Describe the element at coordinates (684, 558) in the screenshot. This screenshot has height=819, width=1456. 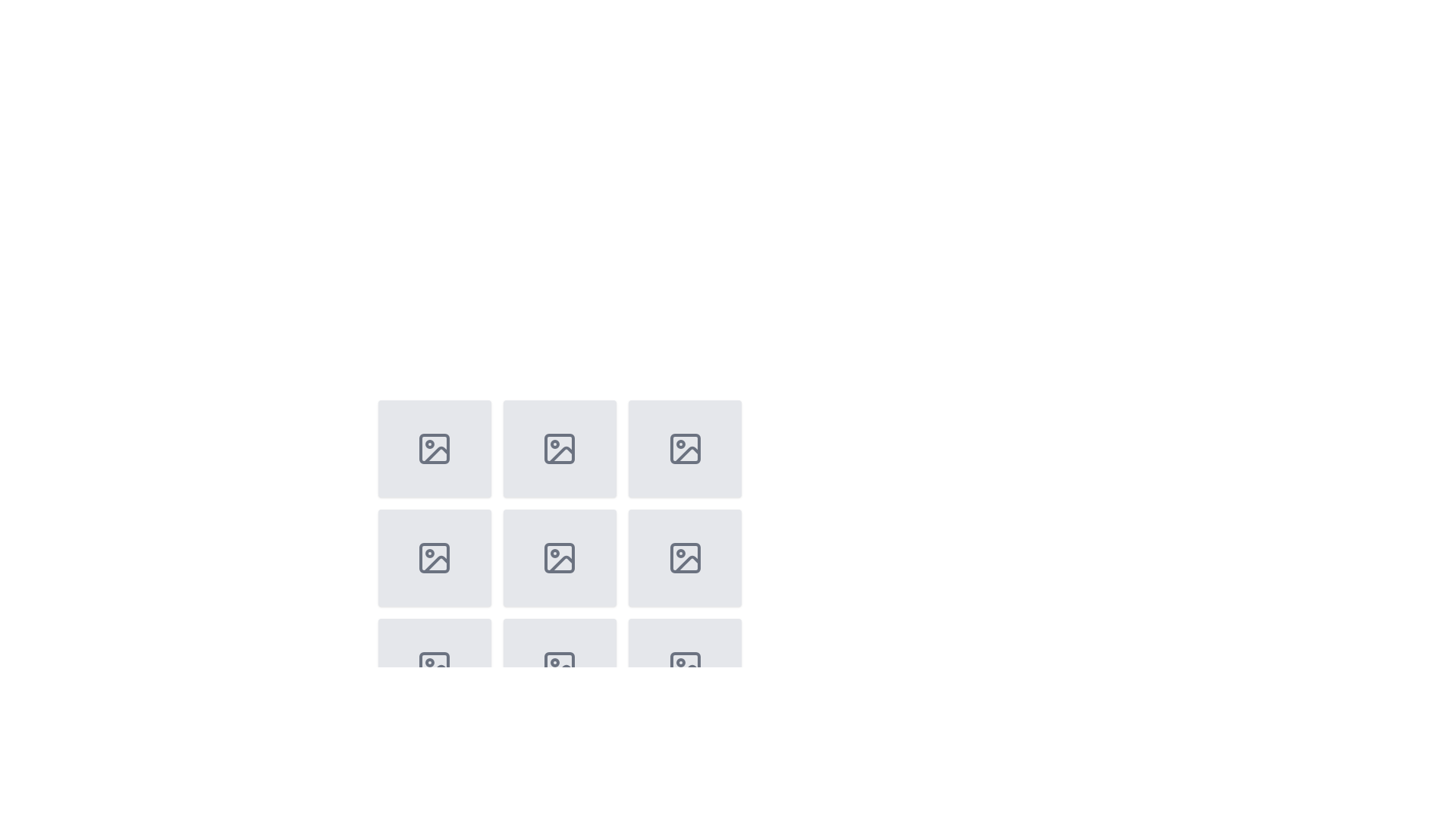
I see `the background rectangle of the icon located in the fifth position of a three-row, three-column grid layout` at that location.